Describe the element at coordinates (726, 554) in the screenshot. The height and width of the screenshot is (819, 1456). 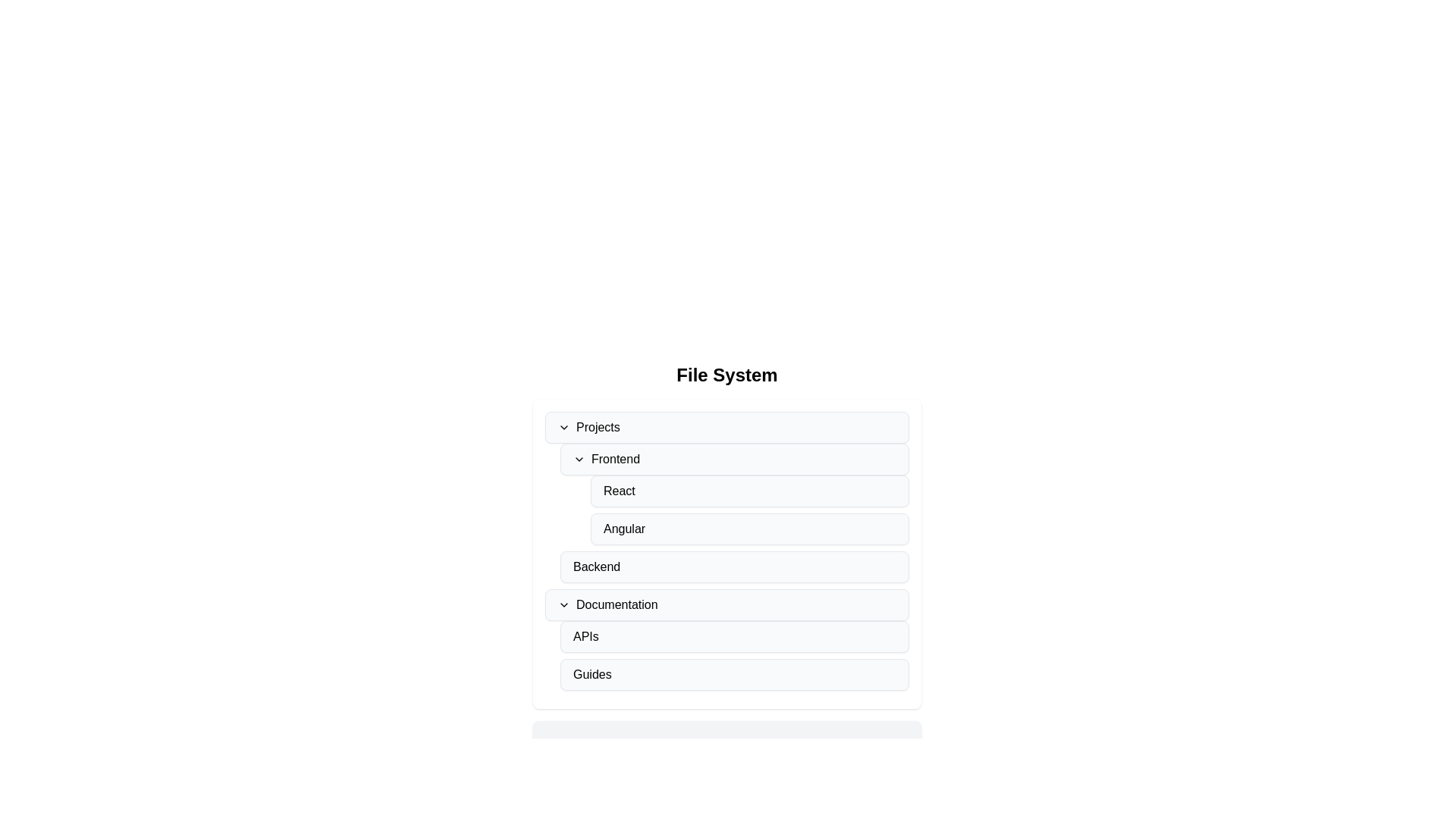
I see `the 'Backend' category item within the file system layout` at that location.